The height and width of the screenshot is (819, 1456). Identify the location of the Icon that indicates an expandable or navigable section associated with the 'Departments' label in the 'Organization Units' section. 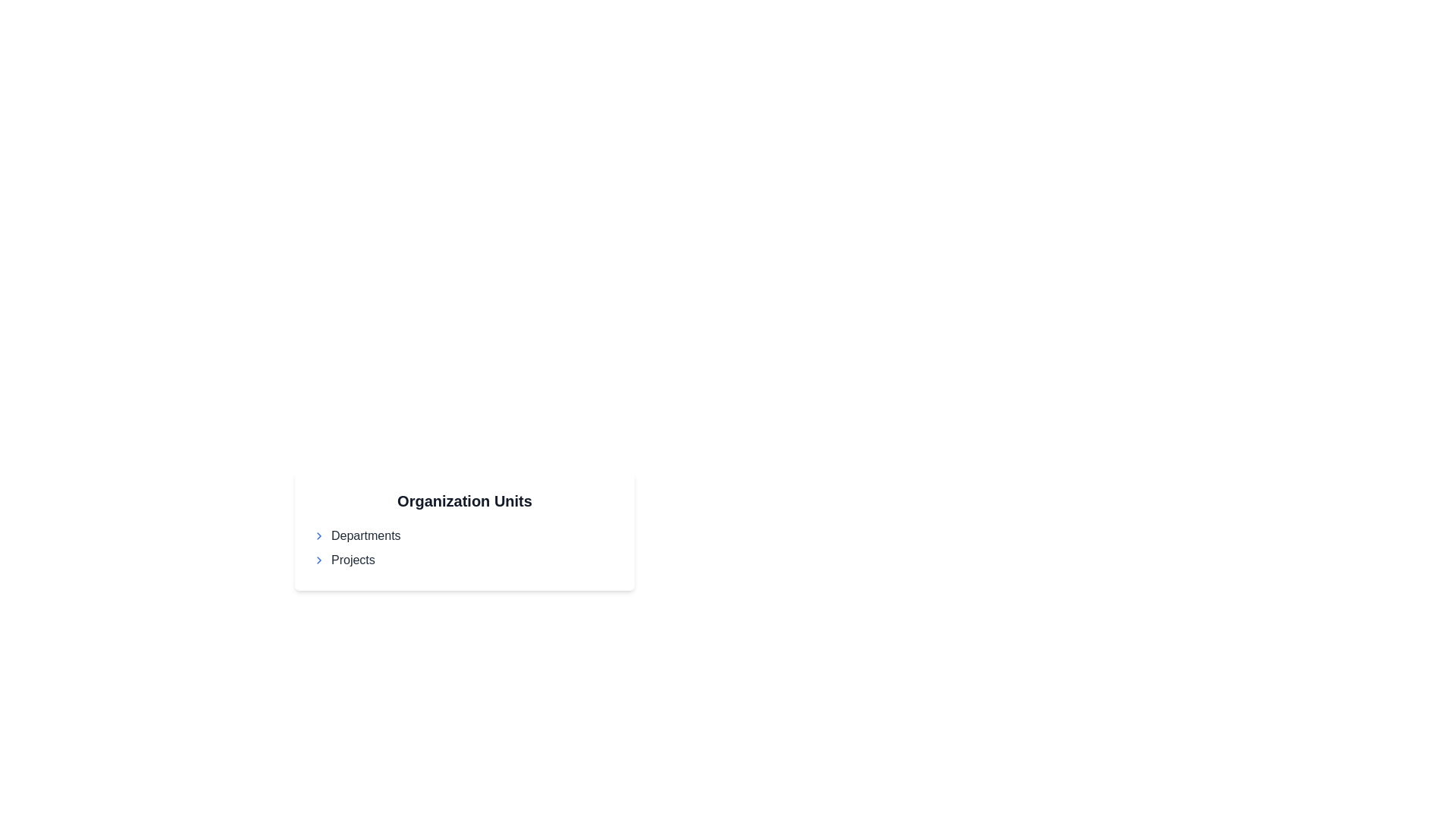
(318, 535).